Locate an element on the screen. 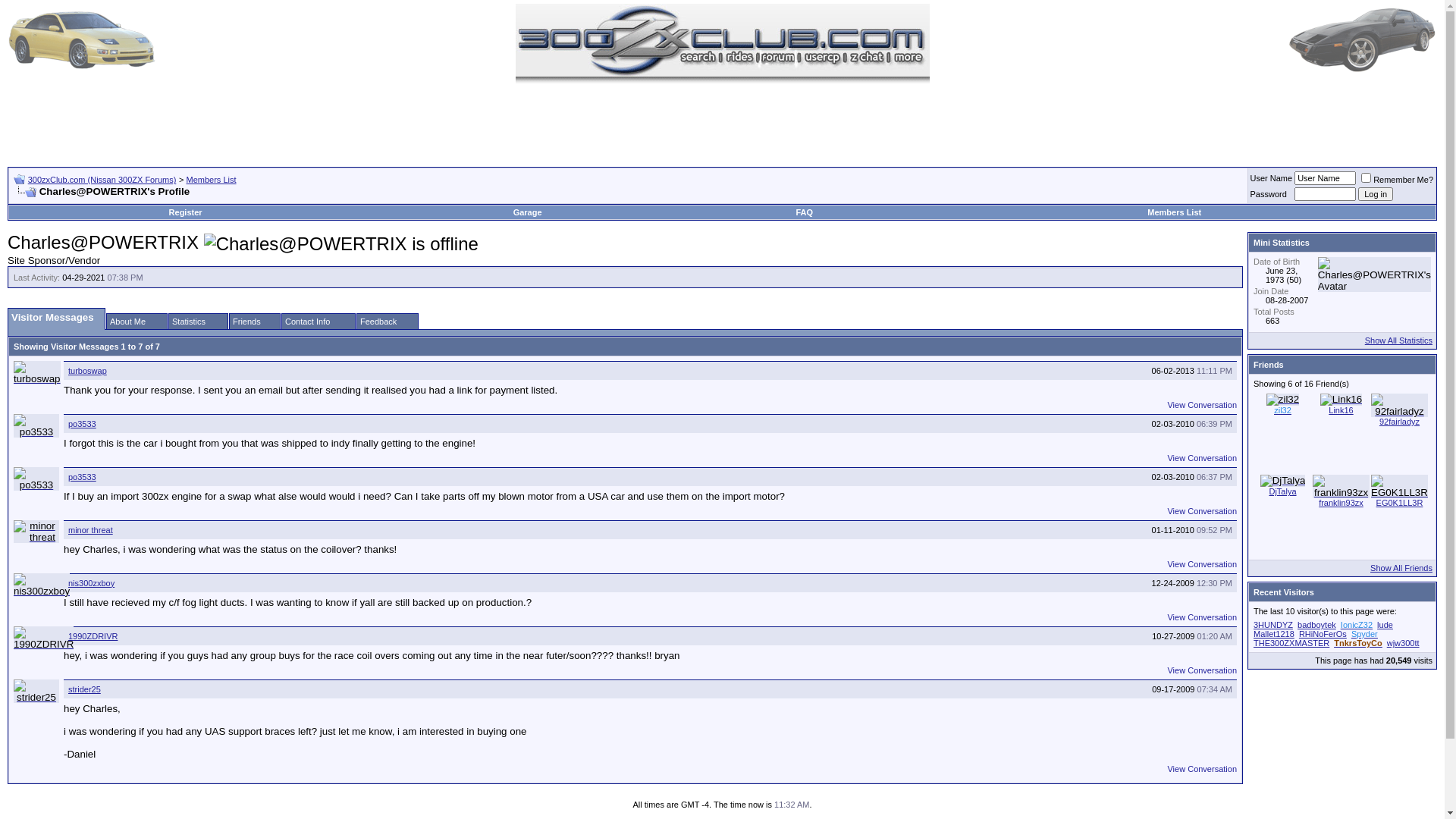 This screenshot has height=819, width=1456. 'minor threat' is located at coordinates (36, 531).